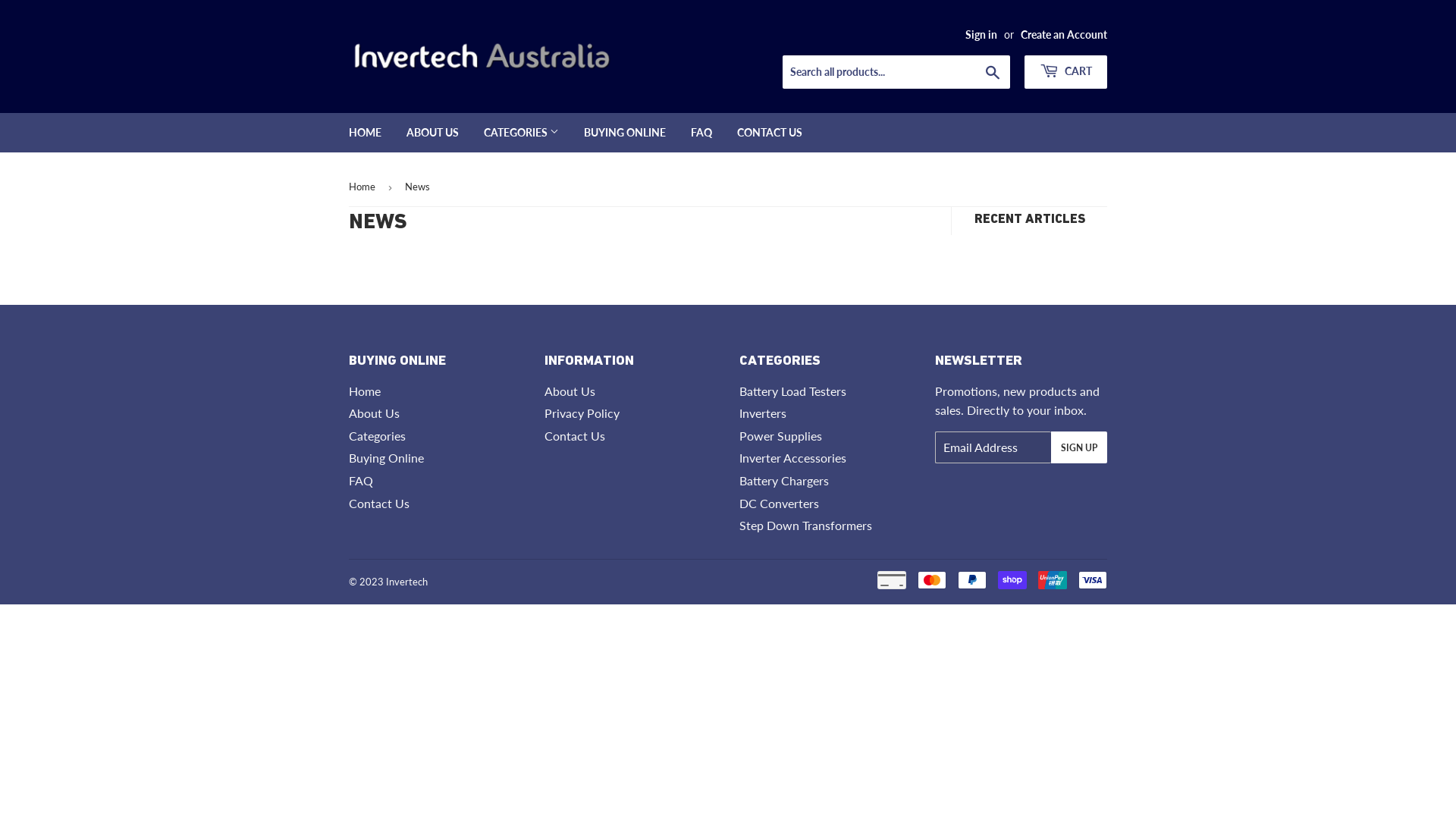  I want to click on 'Inverter Accessories', so click(792, 457).